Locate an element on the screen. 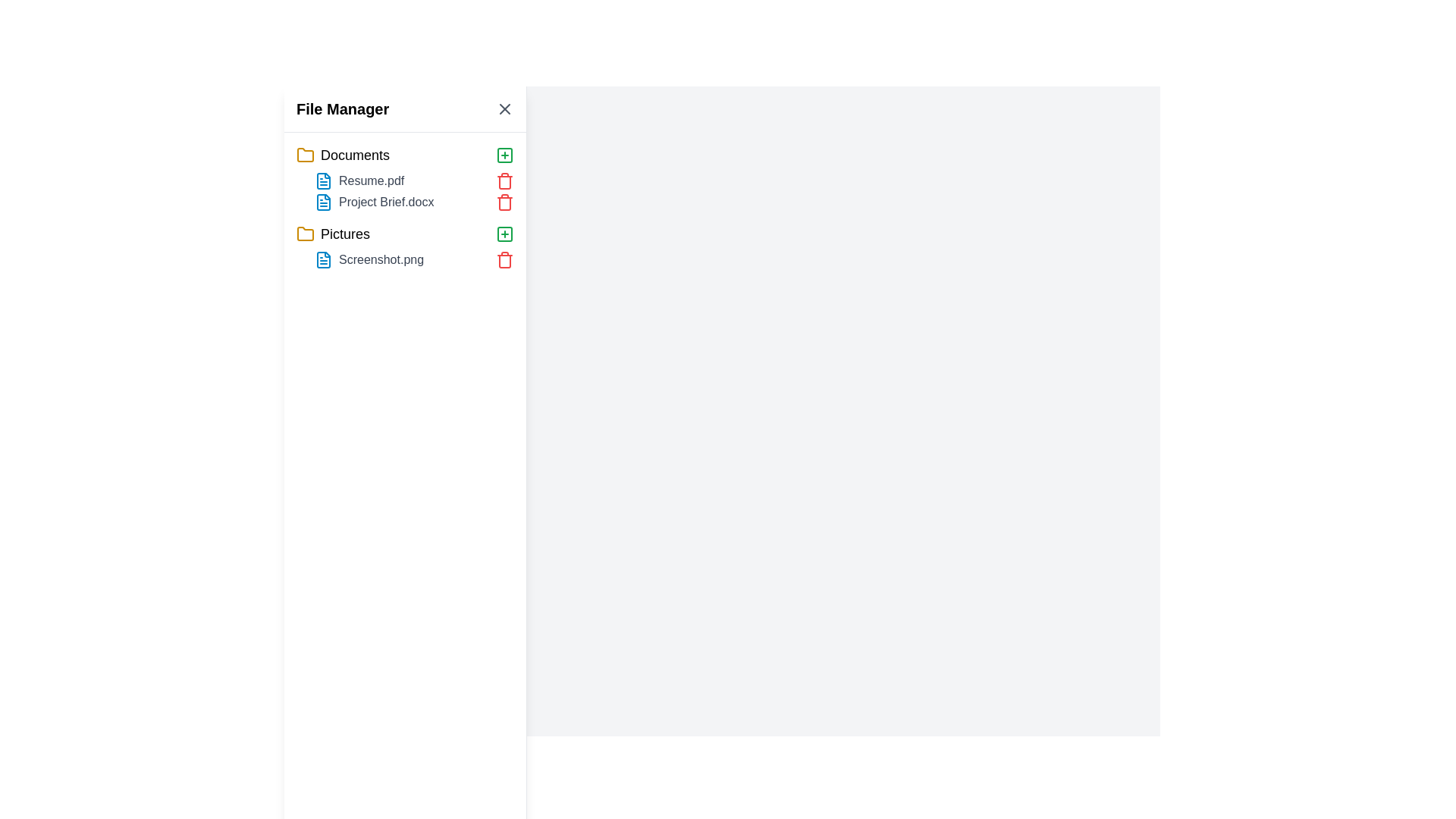  the 'Resume.pdf' file icon located in the 'File Manager' section under 'Documents' to interact with the file it represents is located at coordinates (323, 180).